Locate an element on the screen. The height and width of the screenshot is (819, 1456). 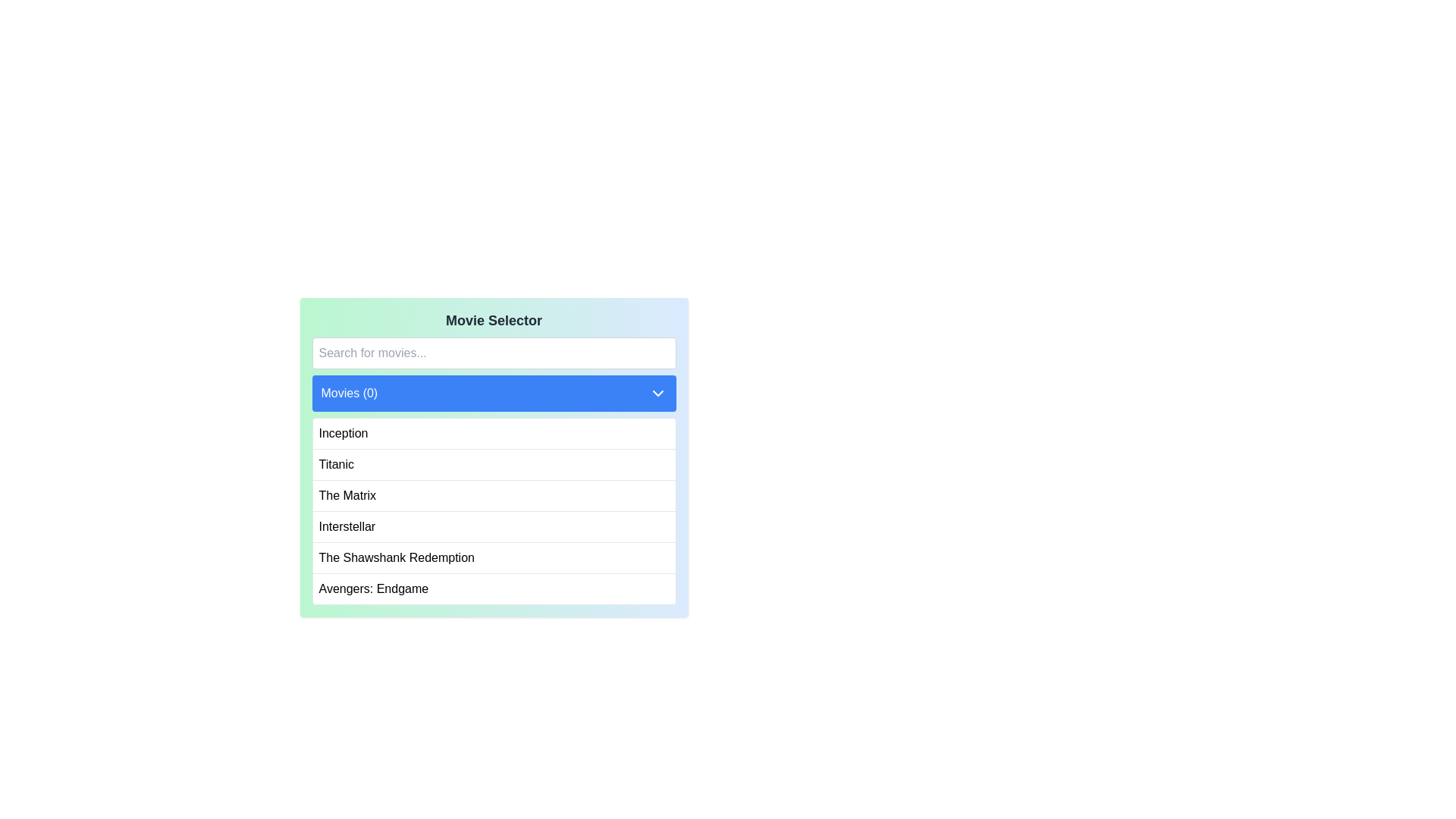
the second item in the dropdown movie selector, which is located between 'Inception' and 'The Matrix' is located at coordinates (335, 464).